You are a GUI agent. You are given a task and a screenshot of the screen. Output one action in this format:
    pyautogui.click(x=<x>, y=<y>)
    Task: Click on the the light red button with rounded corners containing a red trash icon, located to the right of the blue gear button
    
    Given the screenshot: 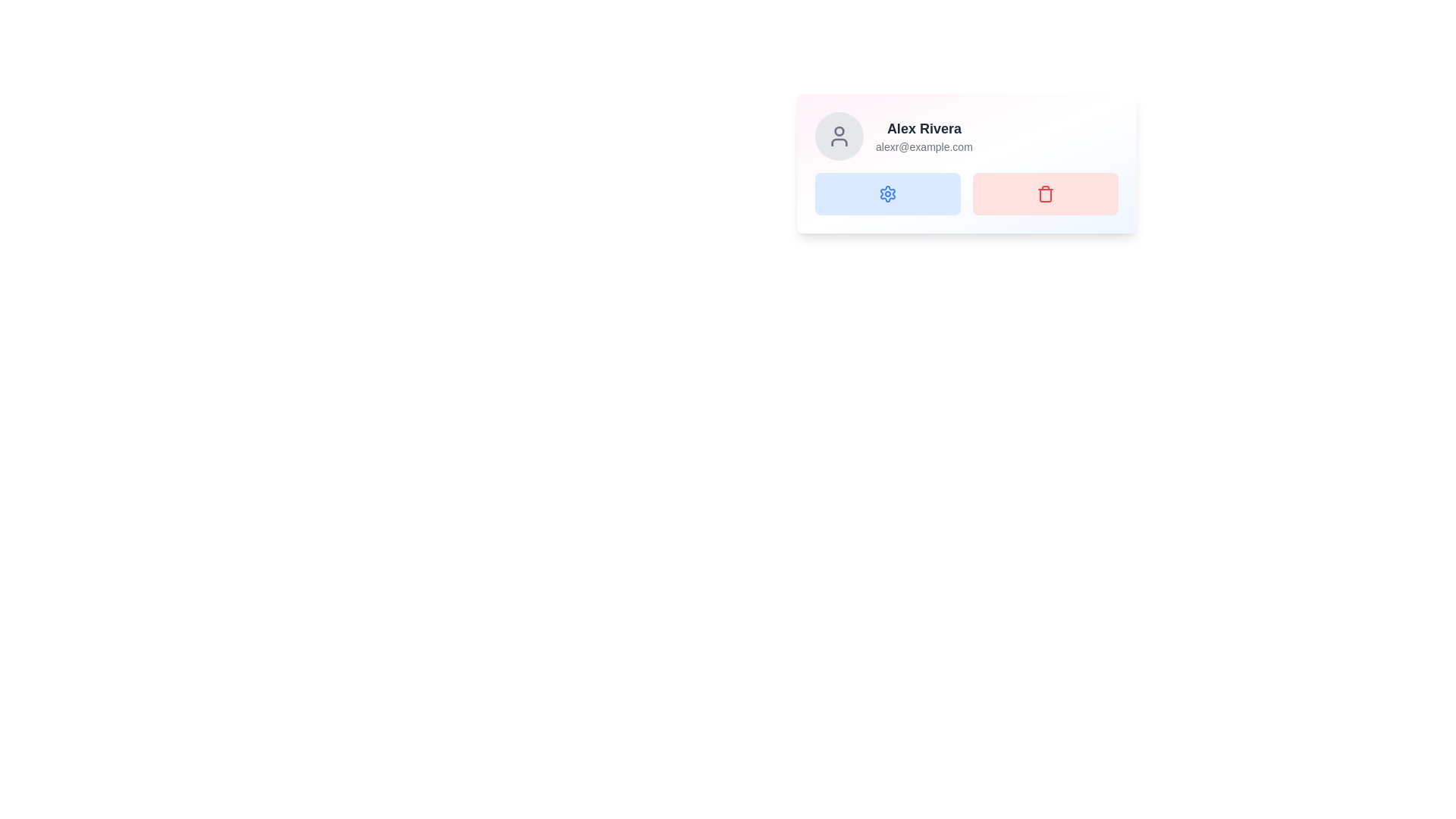 What is the action you would take?
    pyautogui.click(x=1044, y=193)
    